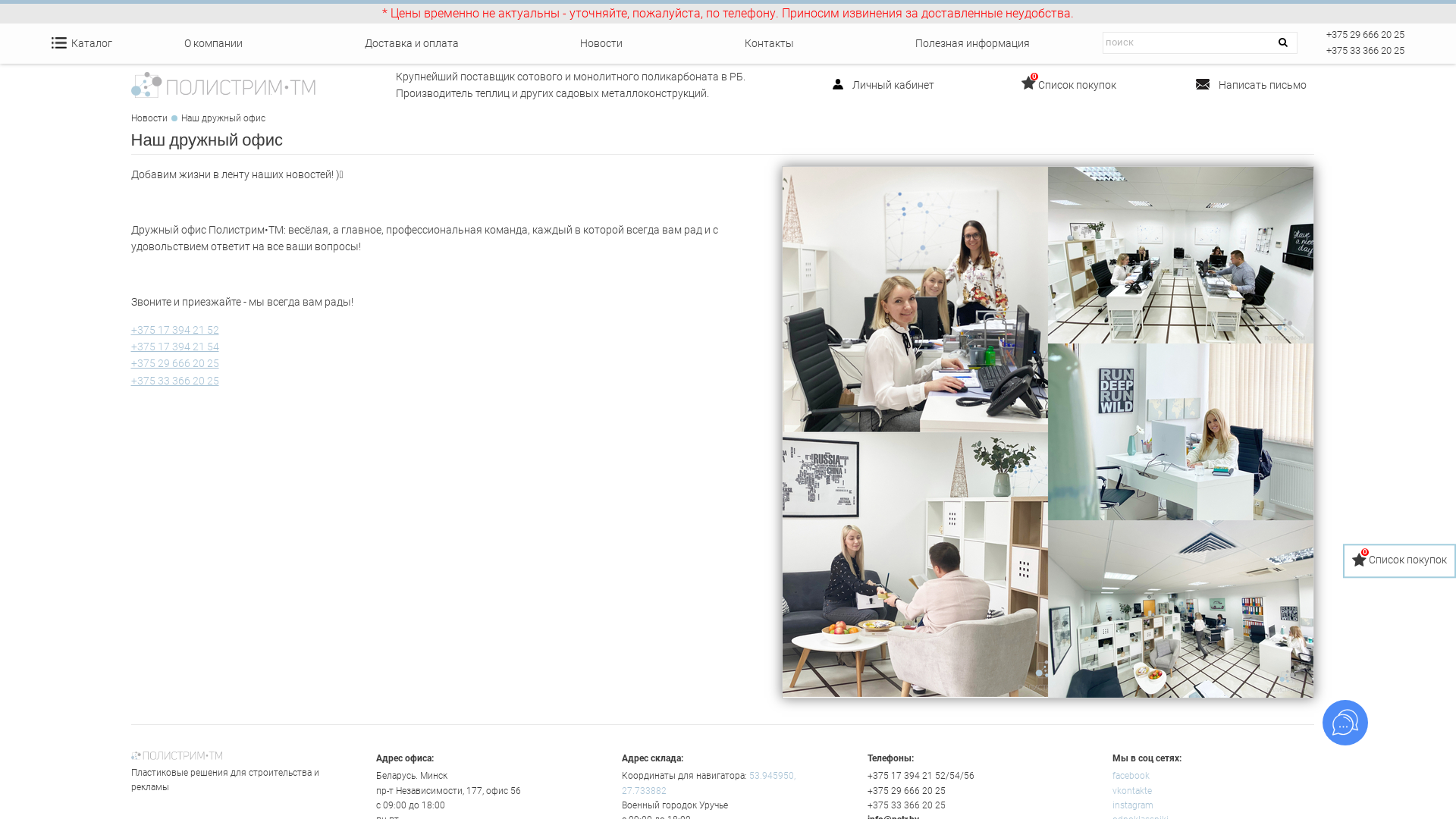  I want to click on '53.945950, 27.733882', so click(708, 783).